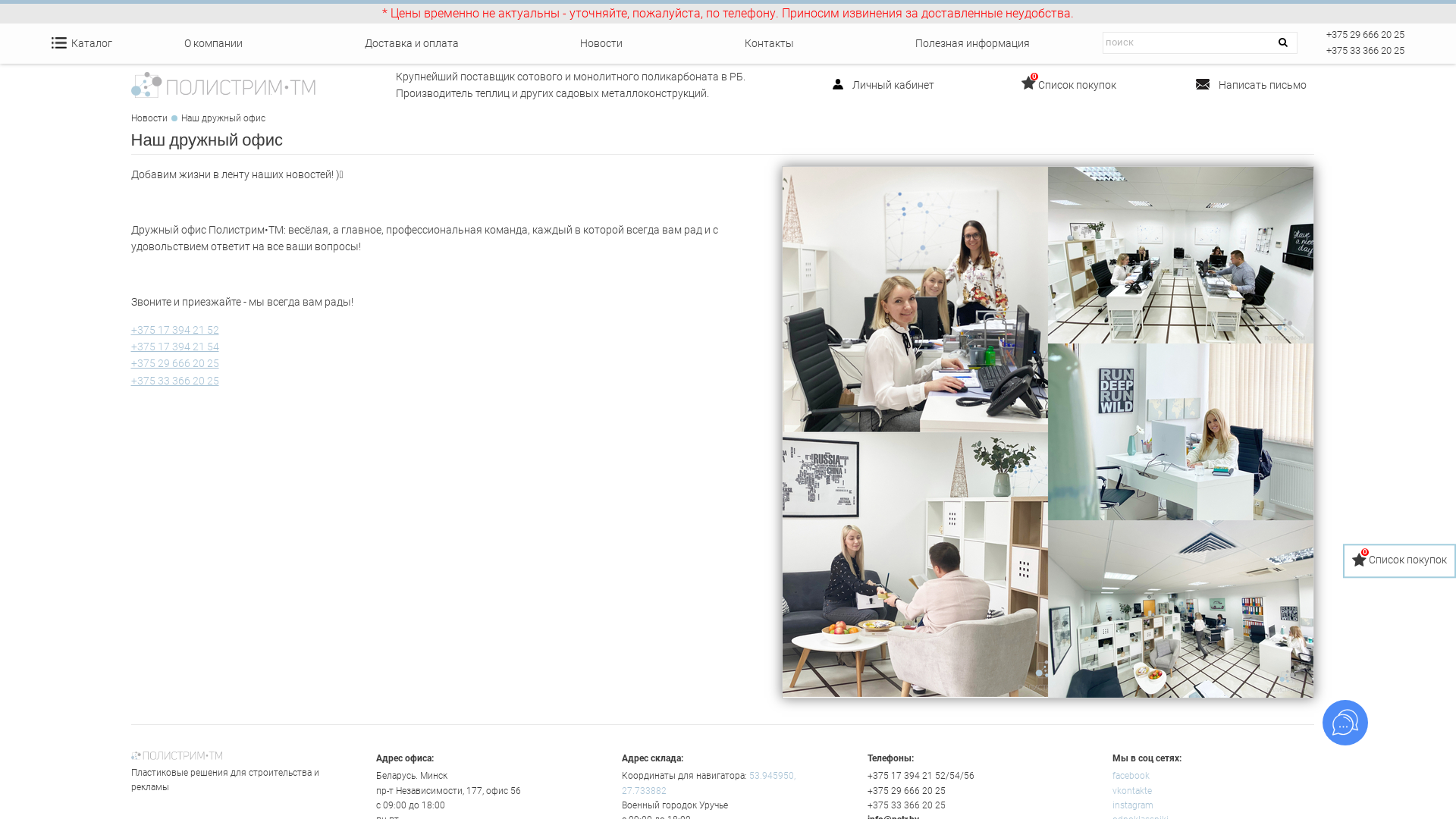  I want to click on '53.945950, 27.733882', so click(708, 783).